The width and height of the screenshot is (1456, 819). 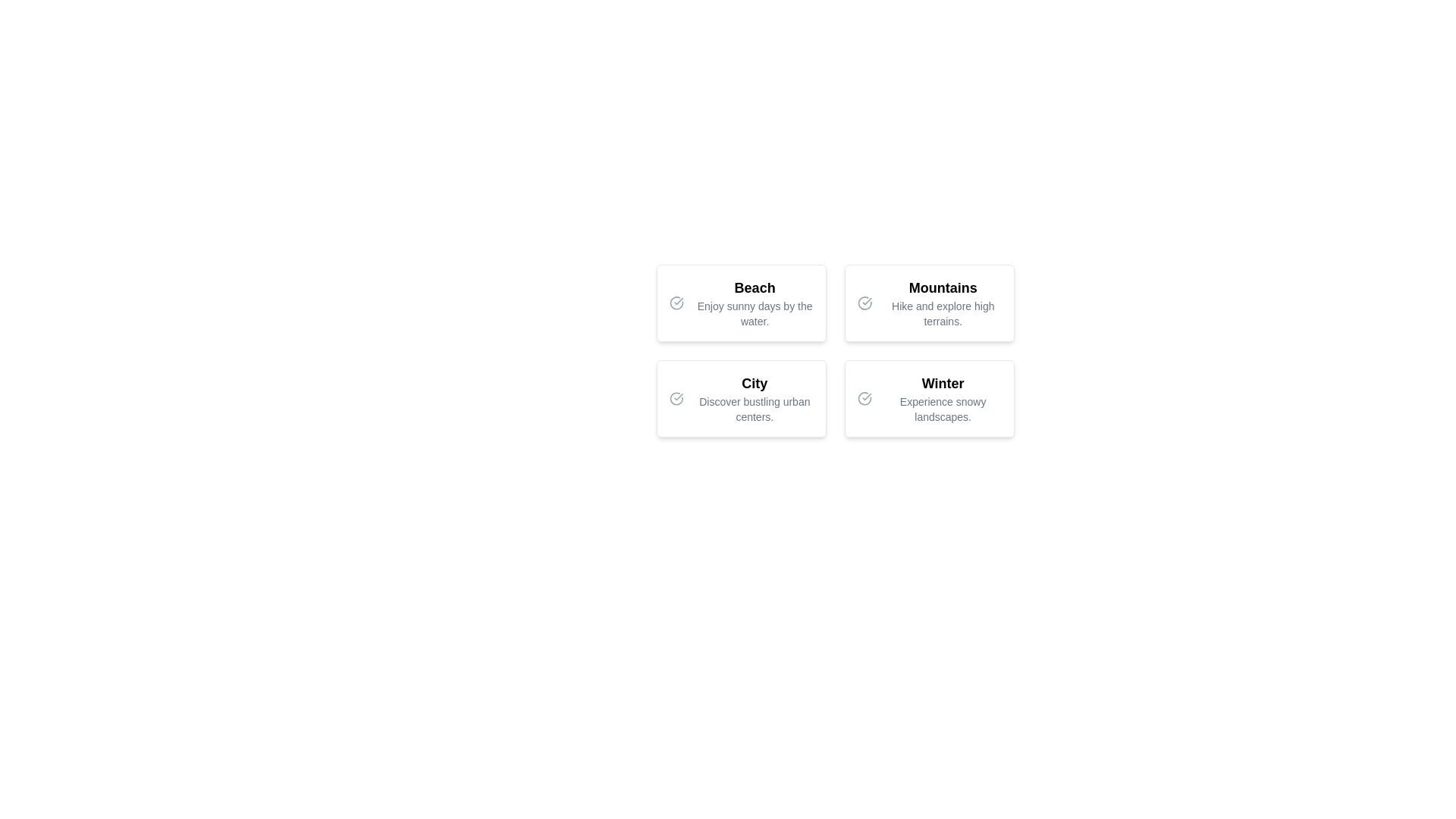 I want to click on the 'City' card, which is the third card in a 2x2 grid layout, containing a bold header 'City' and a description 'Discover bustling urban centers.', along with a check mark icon on the left, so click(x=742, y=397).